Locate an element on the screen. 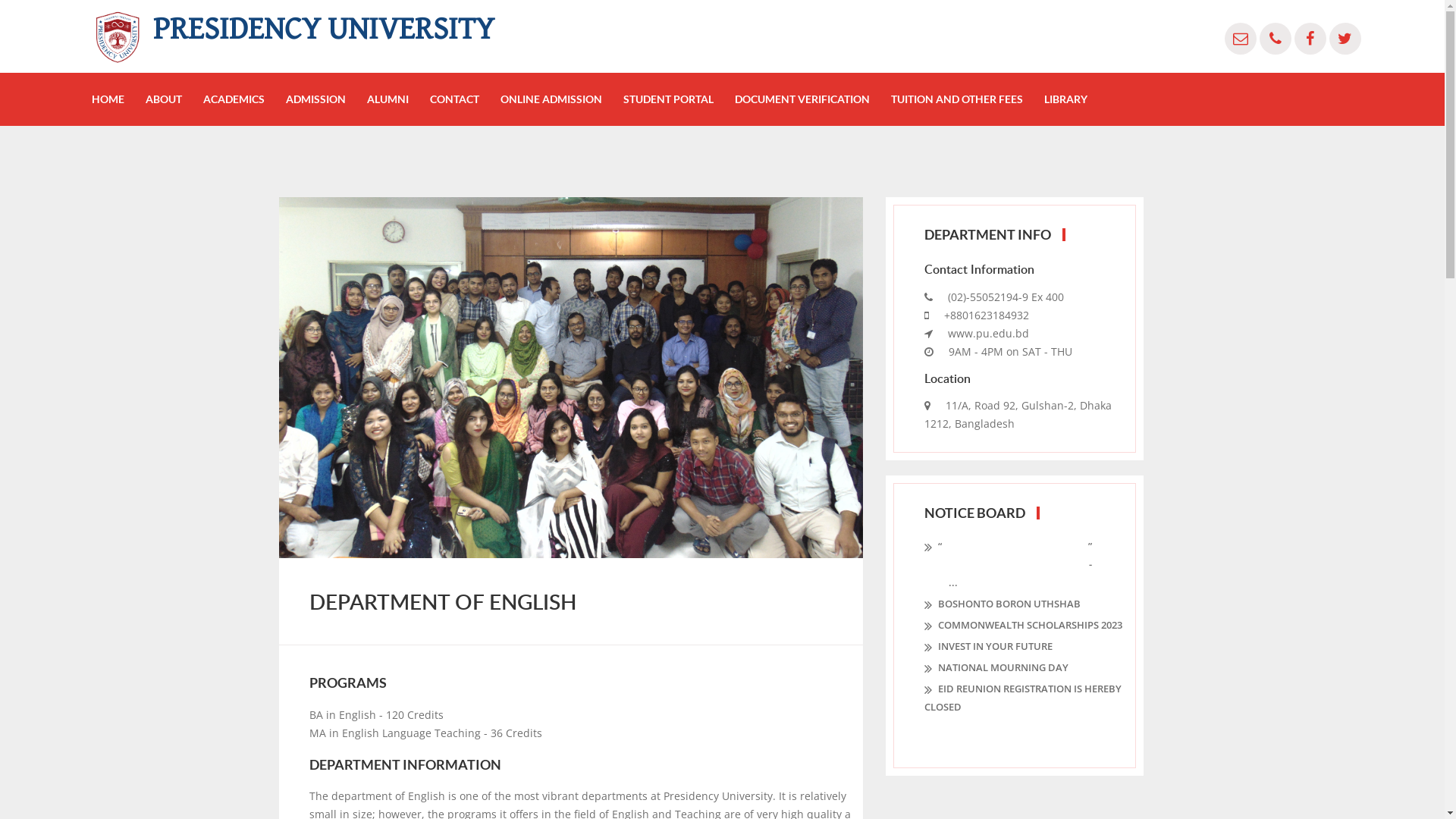 The image size is (1456, 819). 'COMMONWEALTH SCHOLARSHIPS 2023' is located at coordinates (1022, 625).